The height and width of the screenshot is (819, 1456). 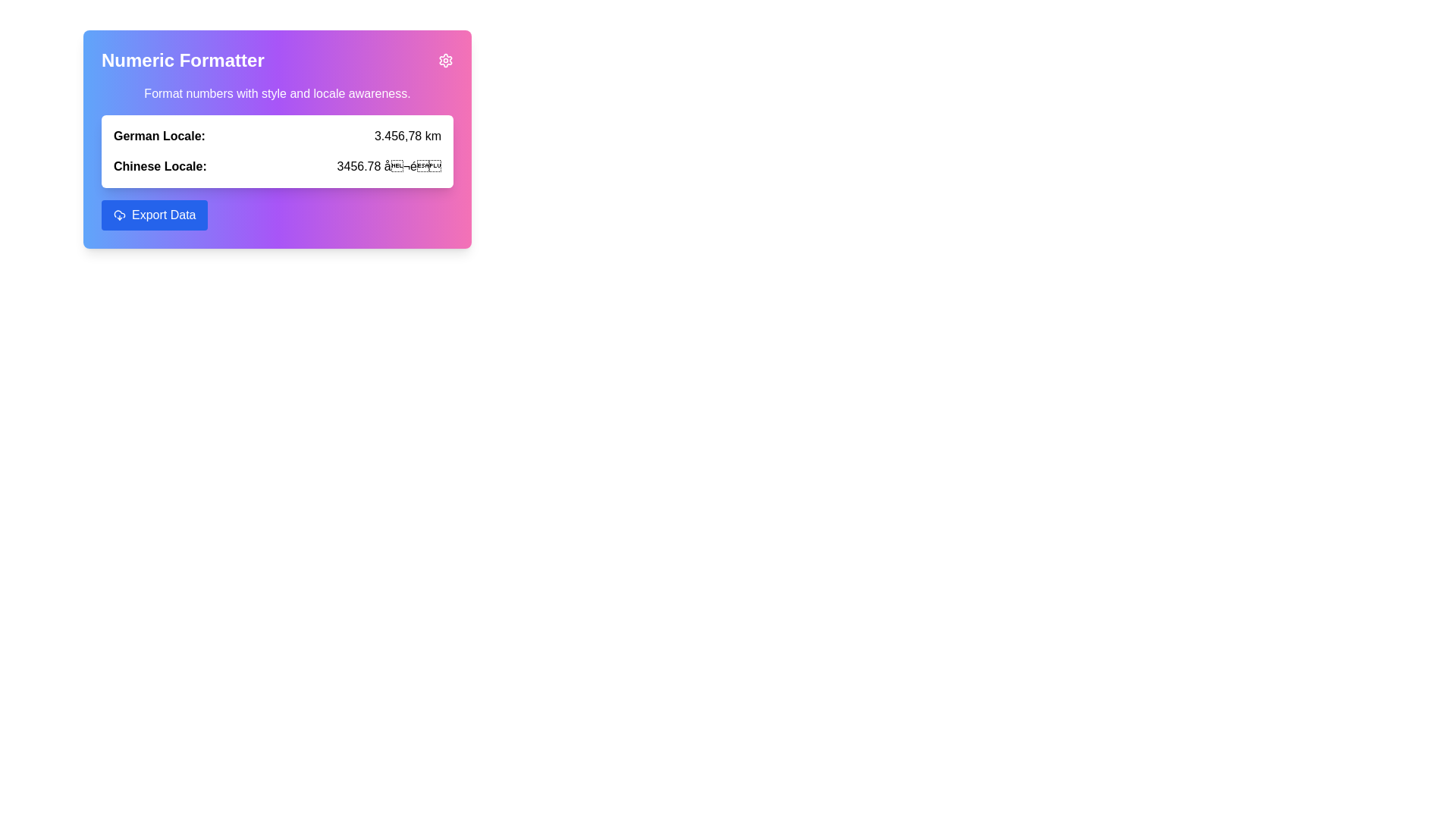 I want to click on the descriptive text element that summarizes the functionality of 'Numeric Formatter', which is located below the heading 'Numeric Formatter' and above the locale sections, so click(x=277, y=93).